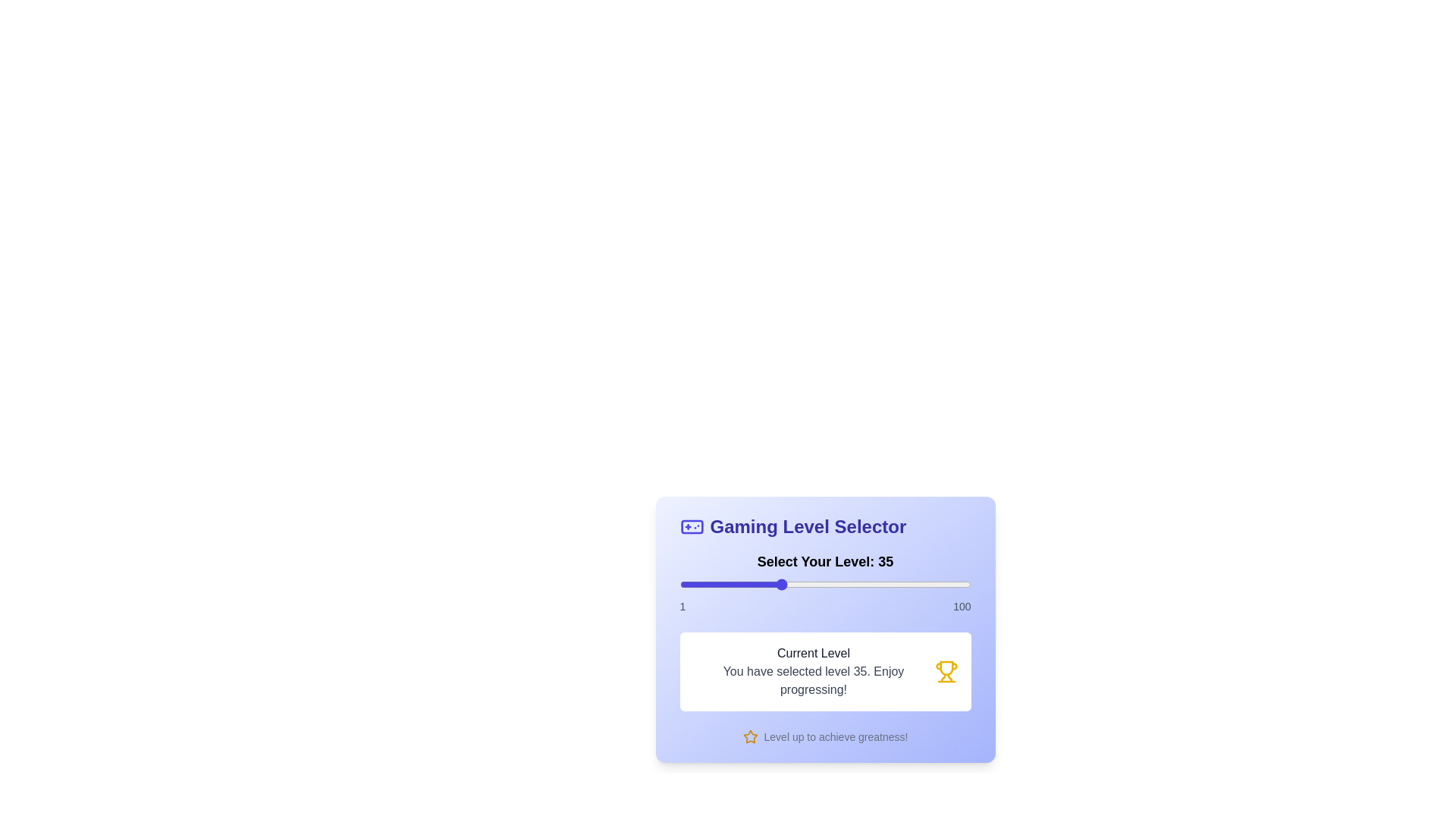  I want to click on the gaming level, so click(736, 584).